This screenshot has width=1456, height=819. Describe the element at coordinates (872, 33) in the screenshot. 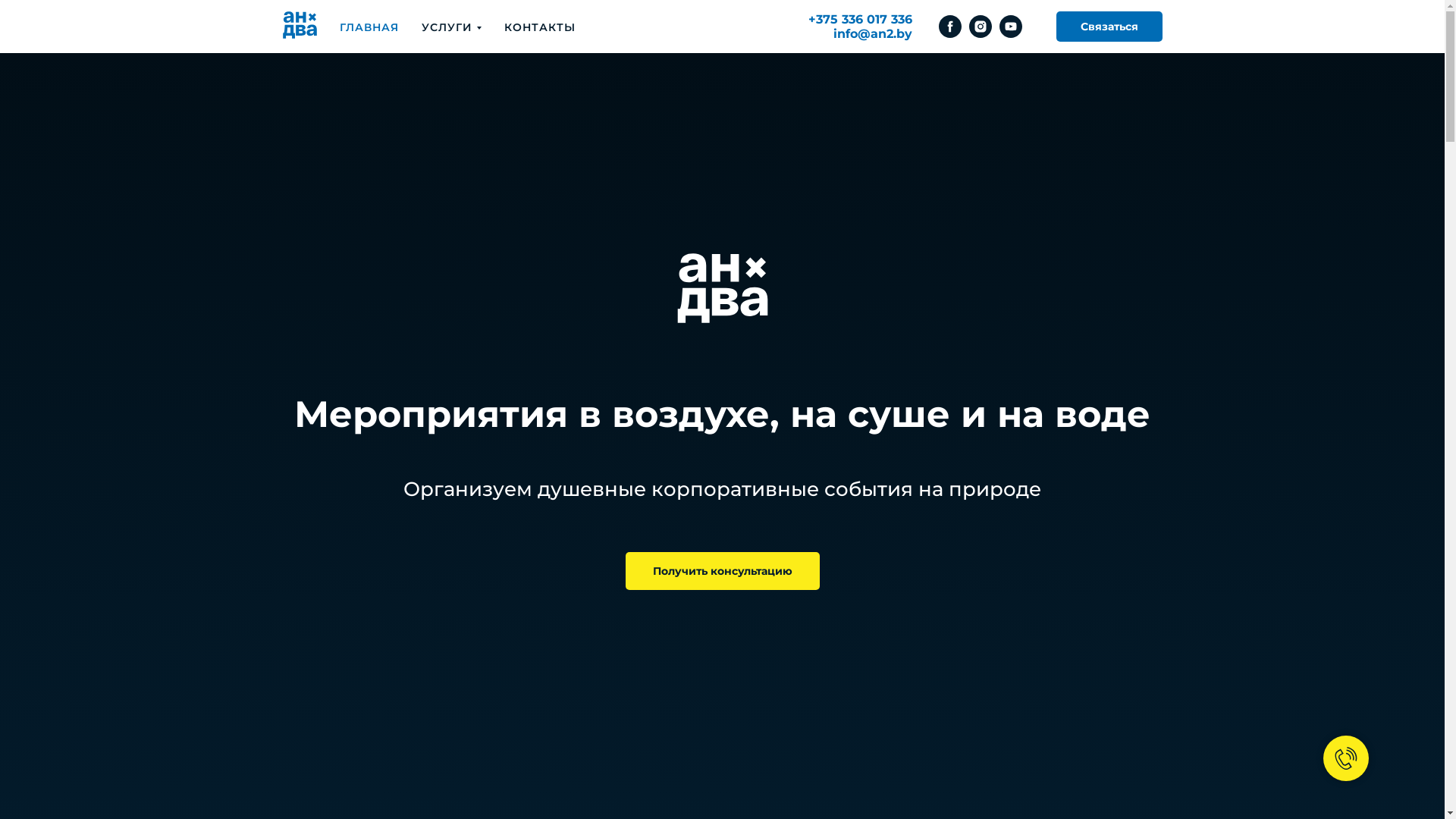

I see `'info@an2.by'` at that location.